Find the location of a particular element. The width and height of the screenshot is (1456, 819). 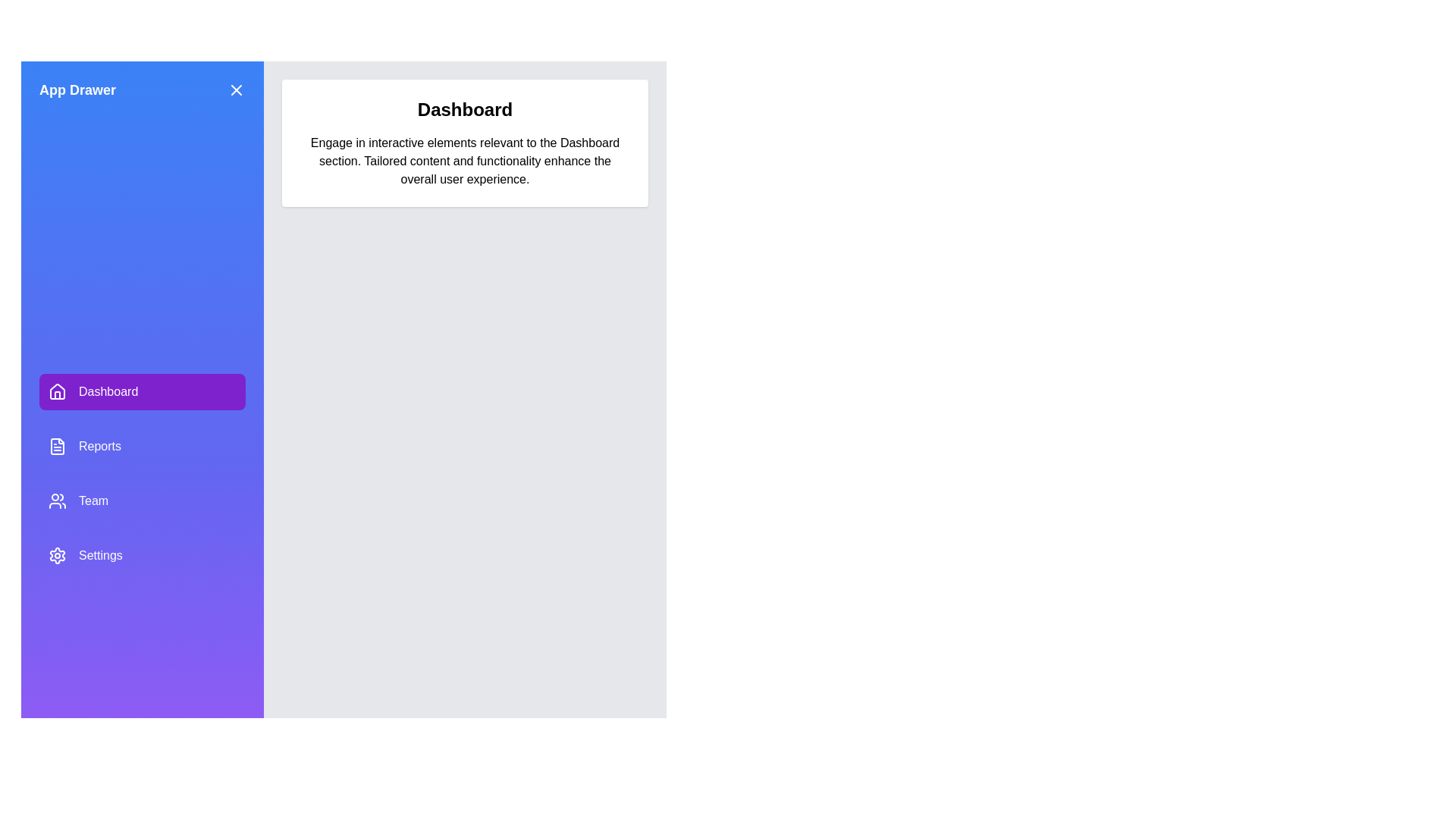

the Settings from the drawer menu is located at coordinates (142, 555).